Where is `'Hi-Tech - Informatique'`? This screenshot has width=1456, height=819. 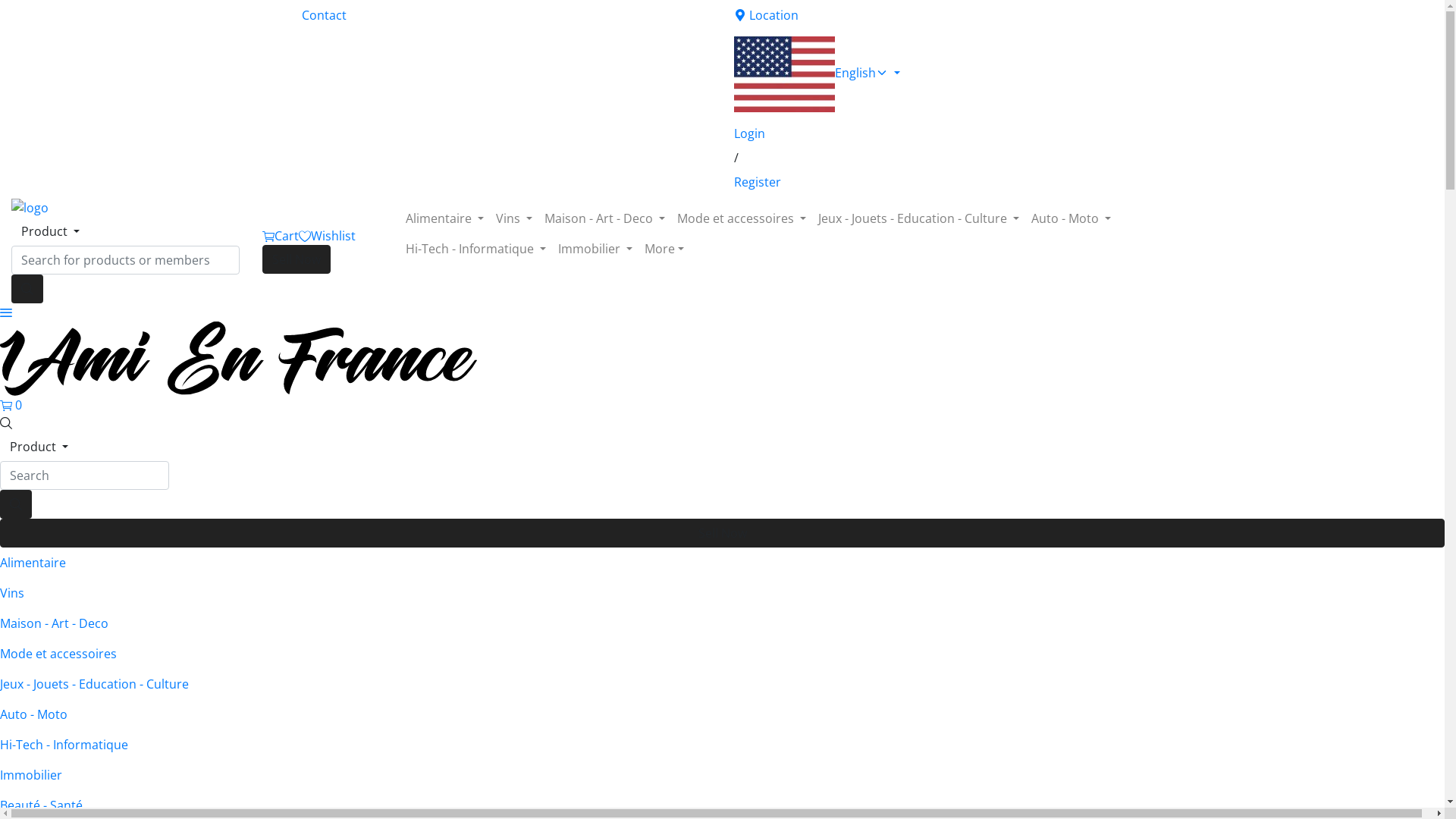
'Hi-Tech - Informatique' is located at coordinates (721, 744).